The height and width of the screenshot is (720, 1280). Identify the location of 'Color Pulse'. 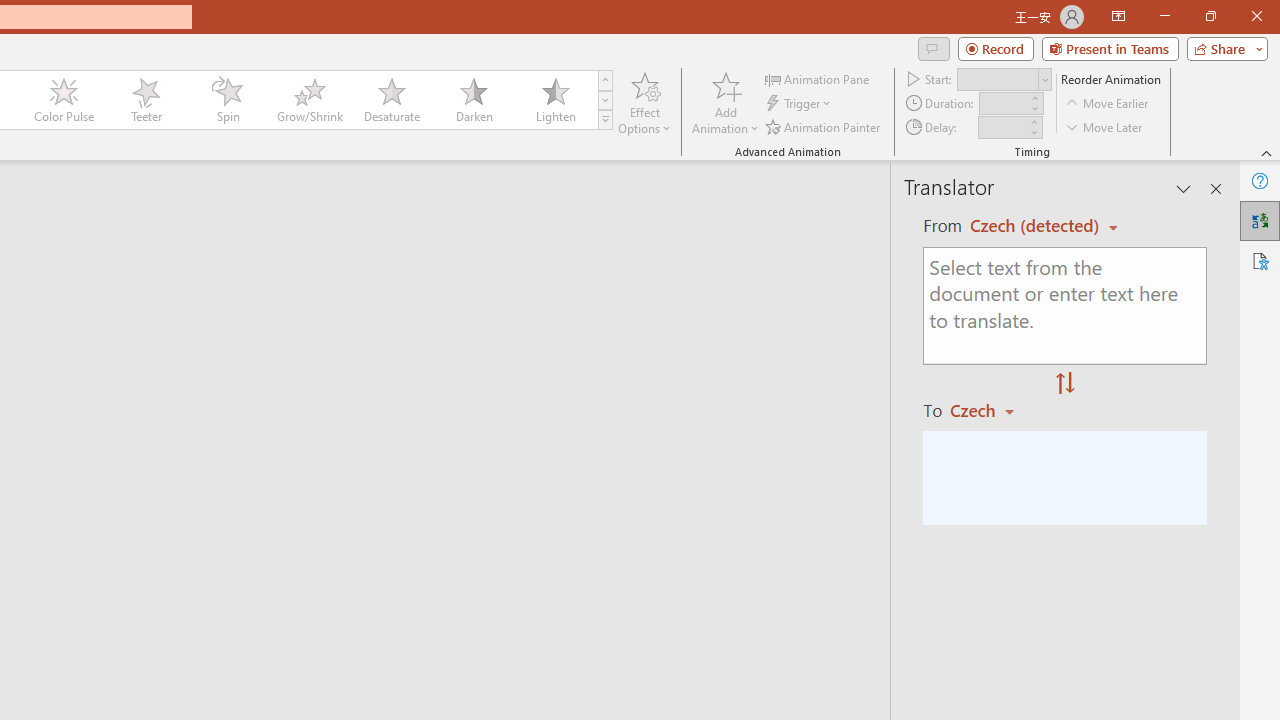
(64, 100).